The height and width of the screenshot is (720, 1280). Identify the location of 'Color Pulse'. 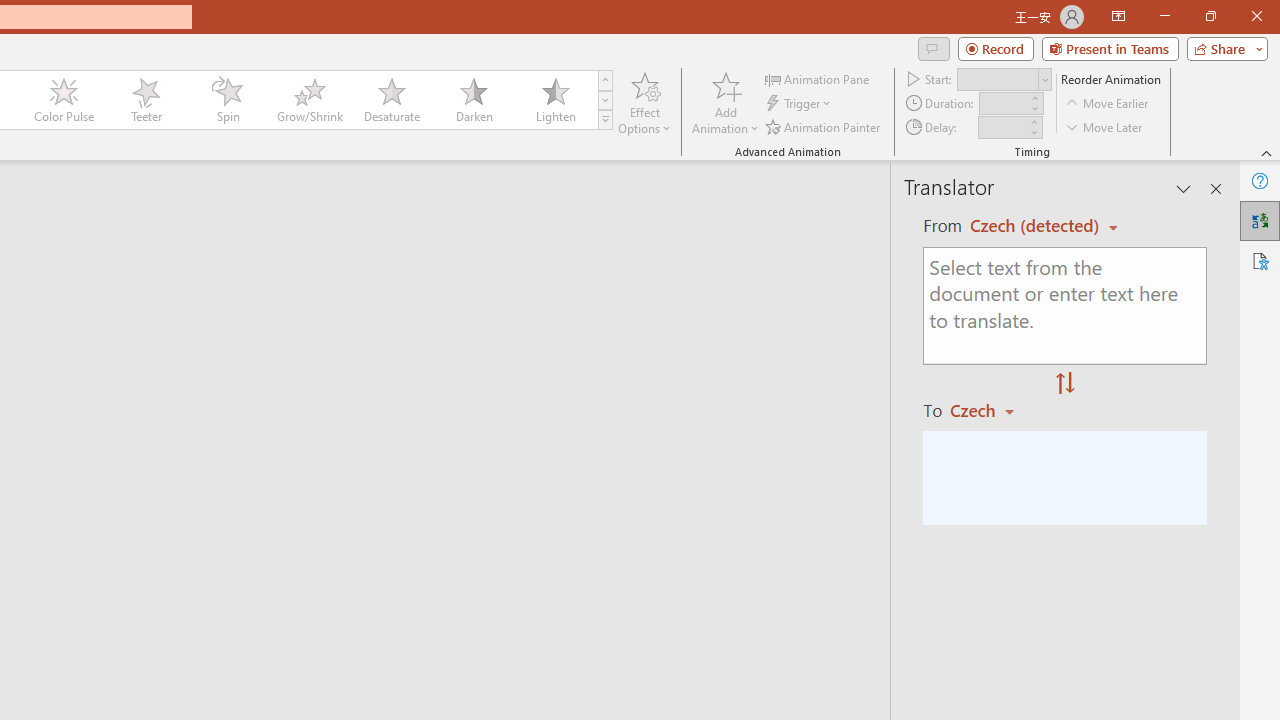
(64, 100).